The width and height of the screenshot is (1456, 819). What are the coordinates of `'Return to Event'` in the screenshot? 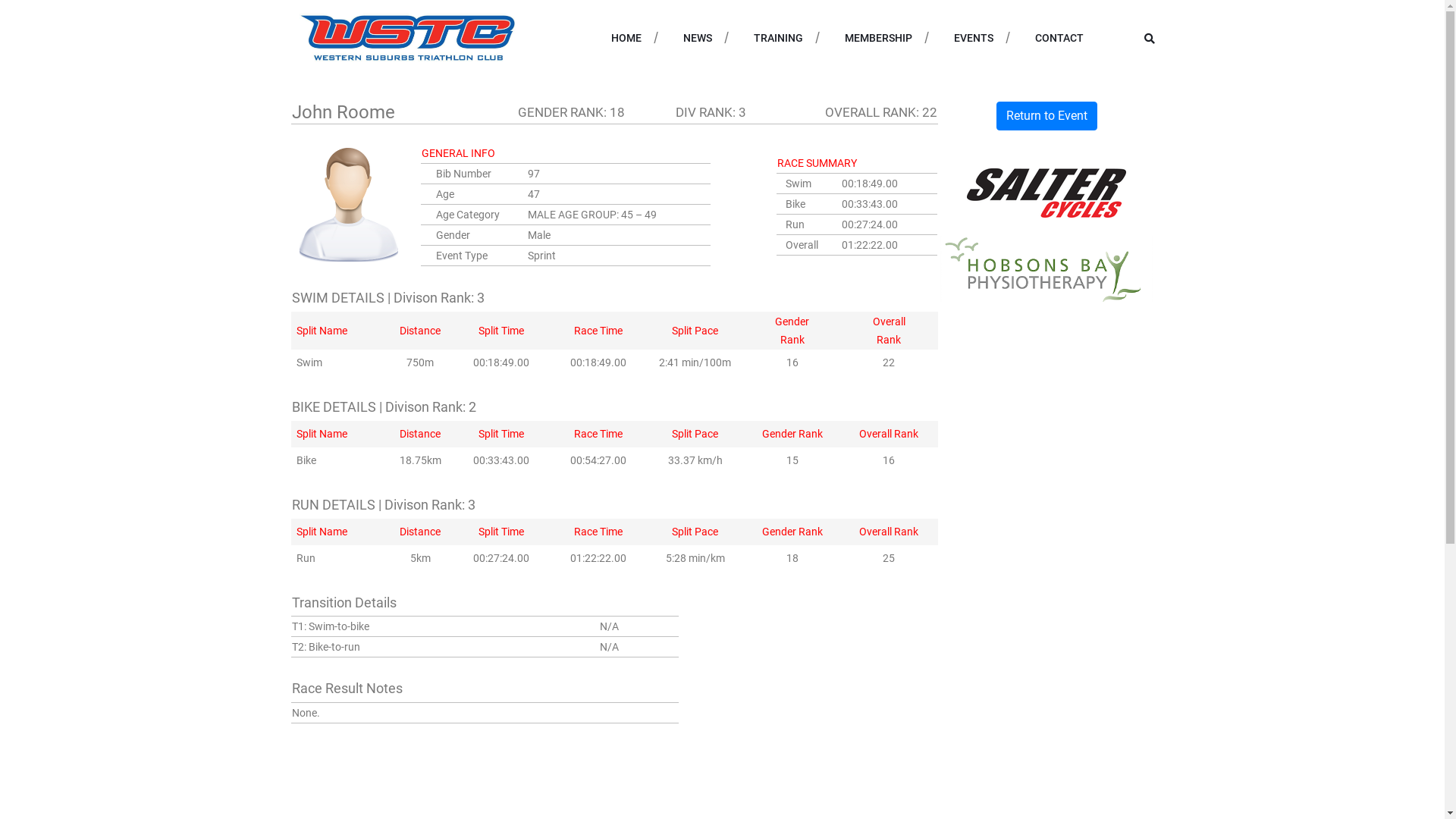 It's located at (996, 115).